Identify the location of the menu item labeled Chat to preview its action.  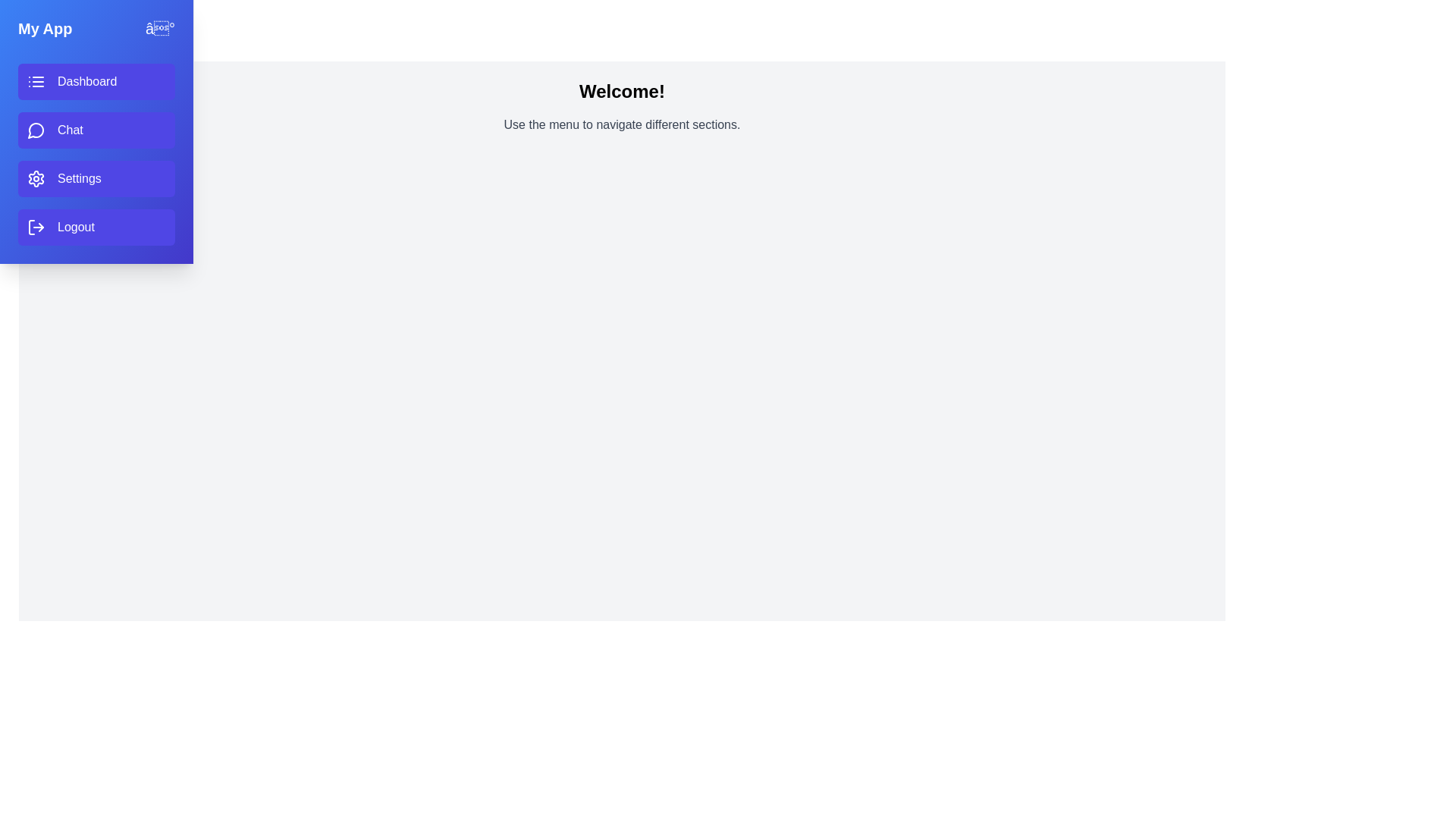
(96, 130).